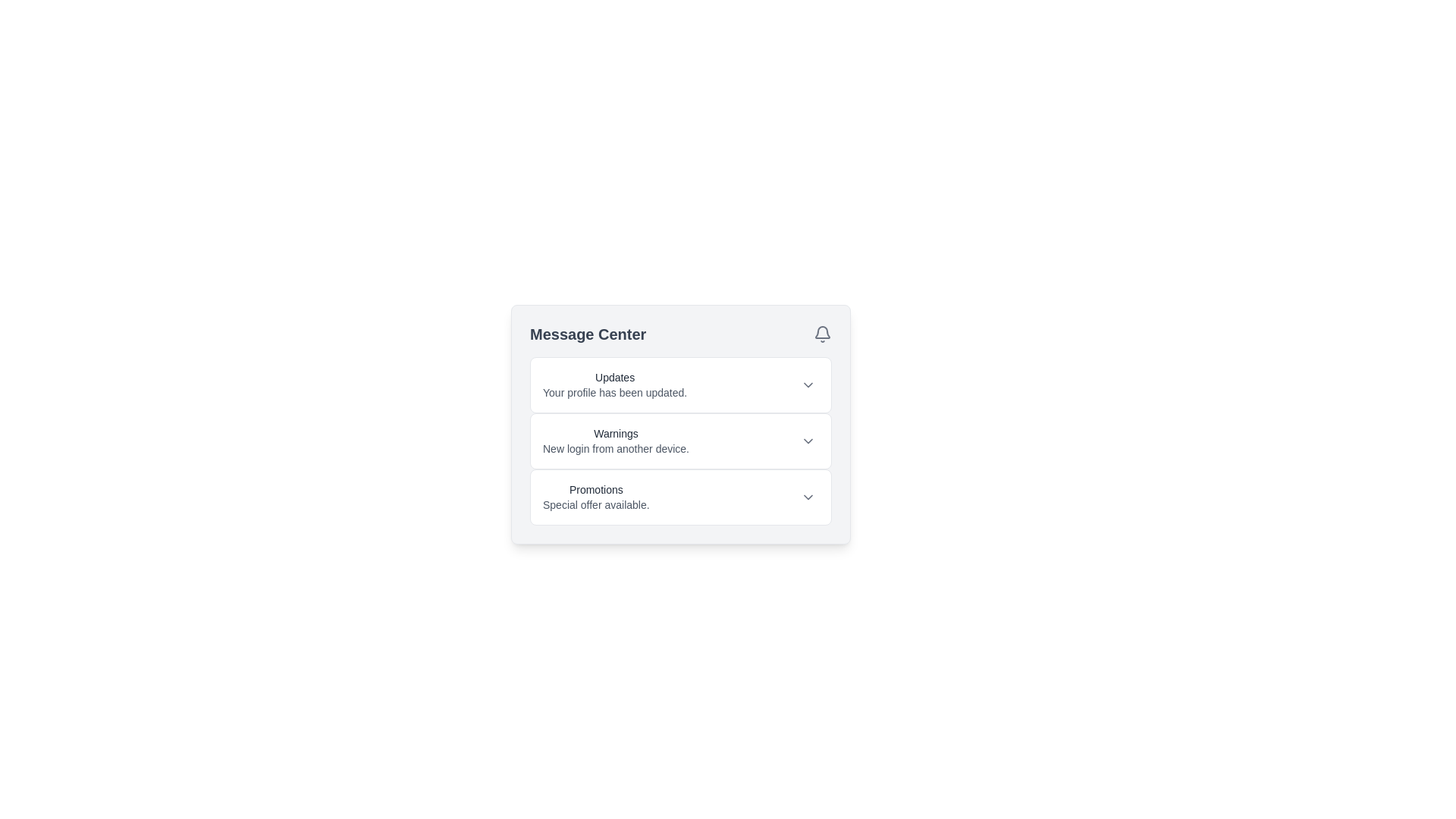  Describe the element at coordinates (615, 384) in the screenshot. I see `text of the first notification entry in the Message Center interface, which informs about a profile update` at that location.